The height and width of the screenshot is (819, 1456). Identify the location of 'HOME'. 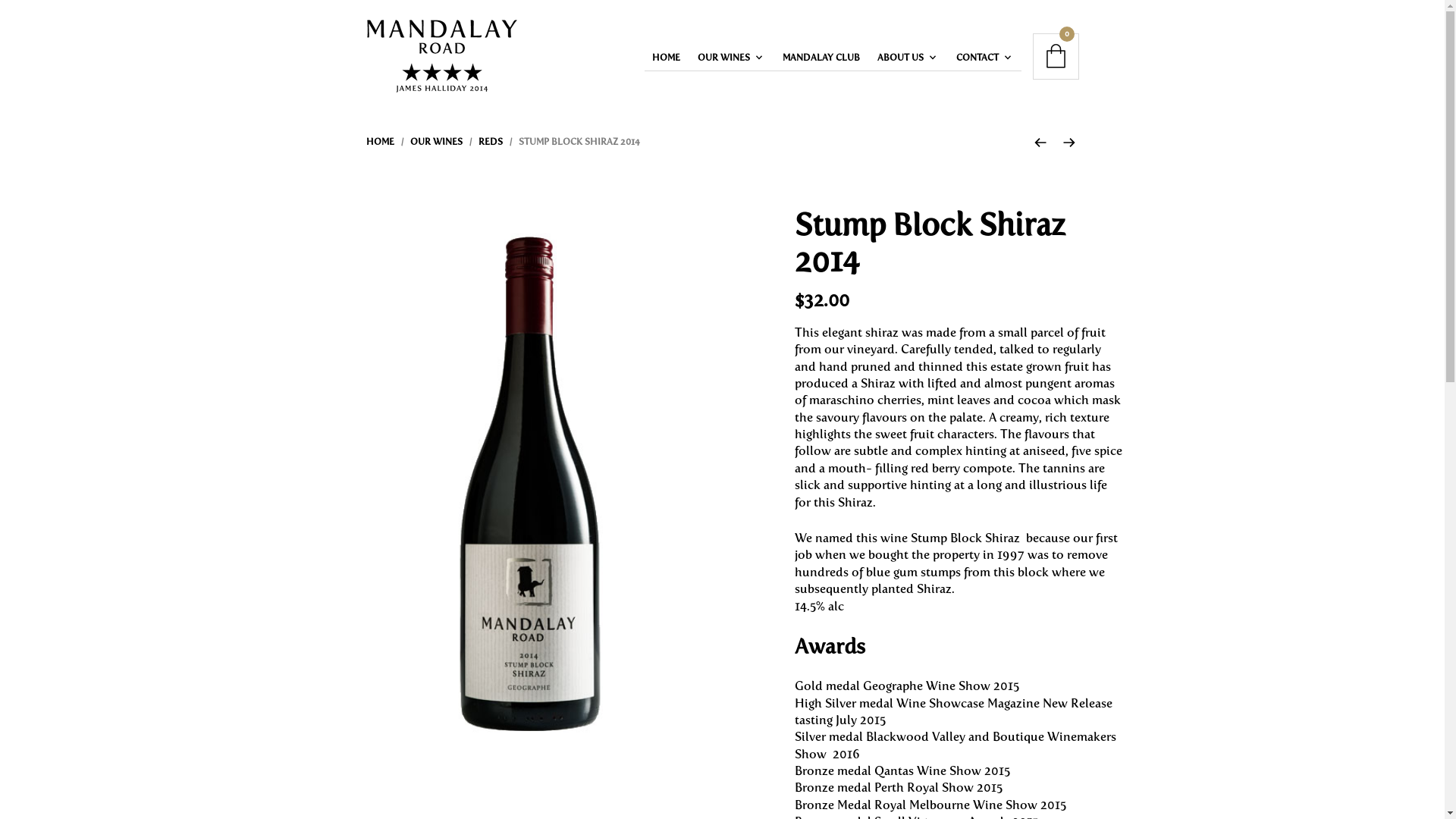
(666, 57).